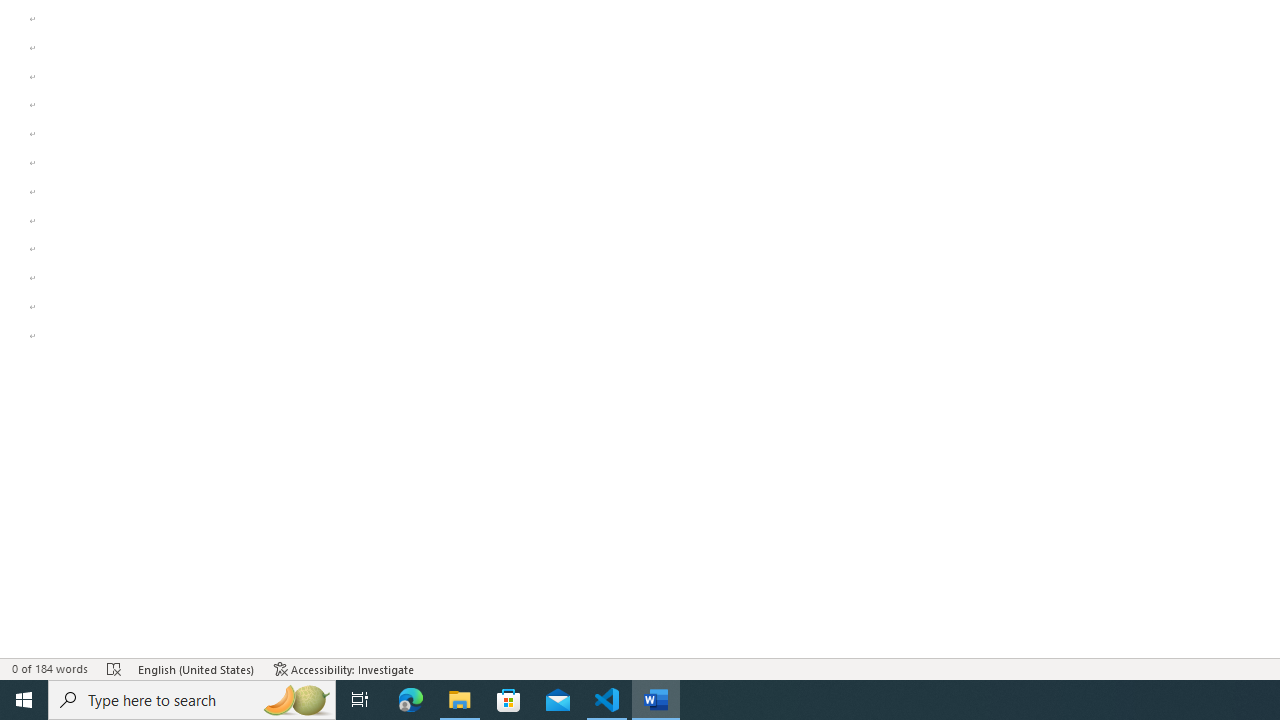  I want to click on 'Microsoft Edge', so click(410, 698).